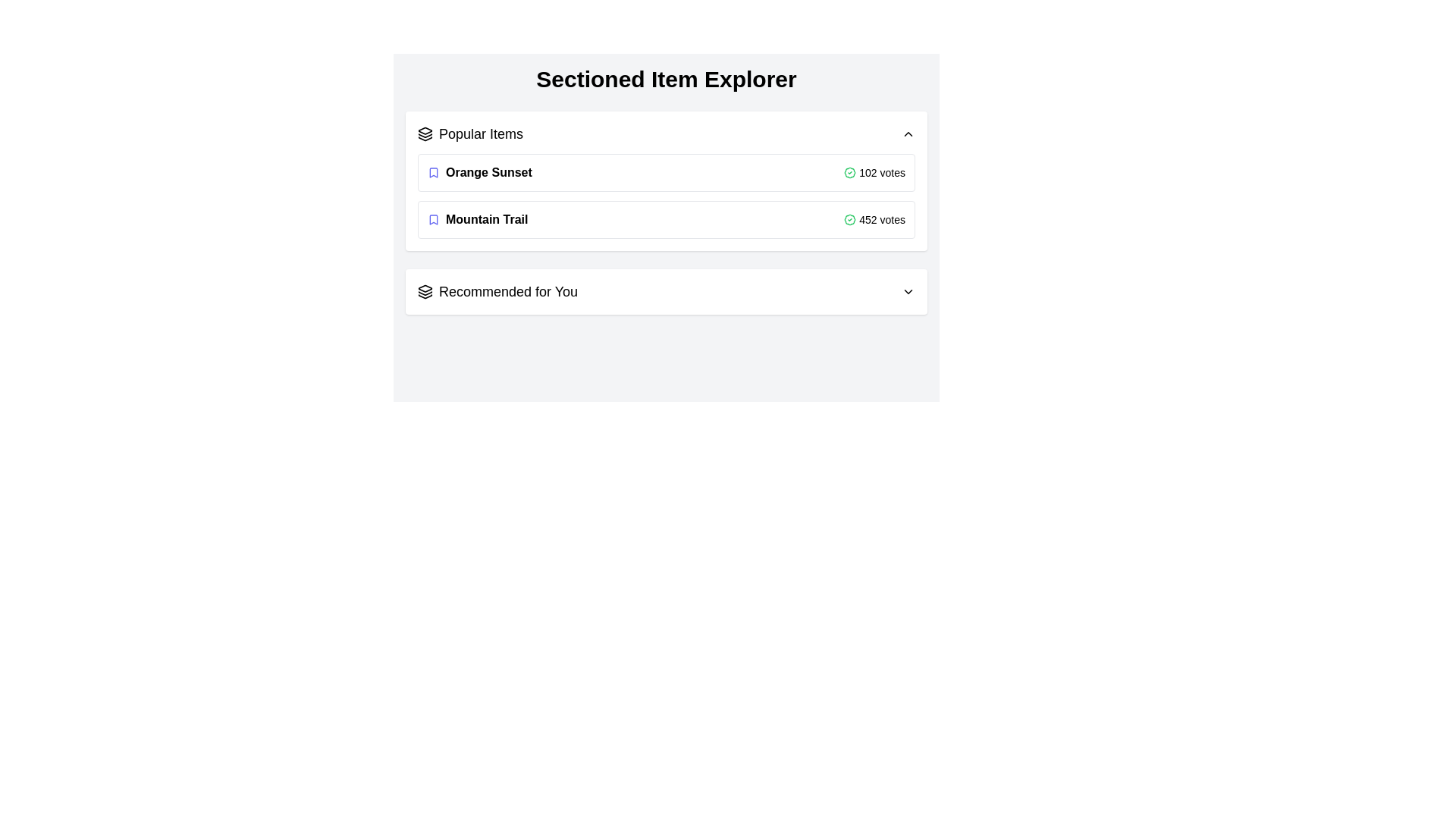 Image resolution: width=1456 pixels, height=819 pixels. I want to click on the middle triangular shape of the layered icon located in the 'Popular Items' section, so click(425, 135).